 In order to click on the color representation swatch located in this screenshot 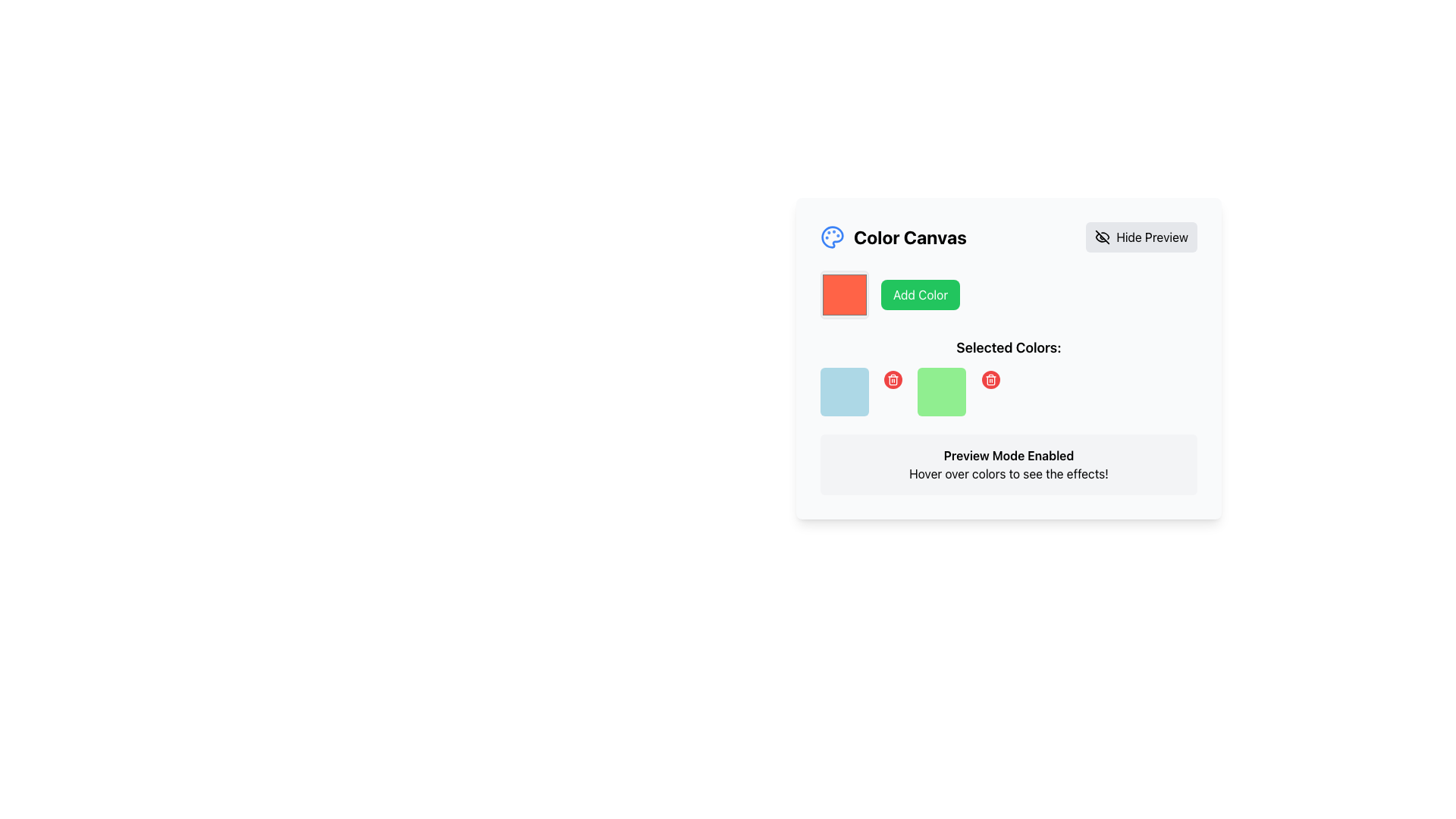, I will do `click(863, 391)`.